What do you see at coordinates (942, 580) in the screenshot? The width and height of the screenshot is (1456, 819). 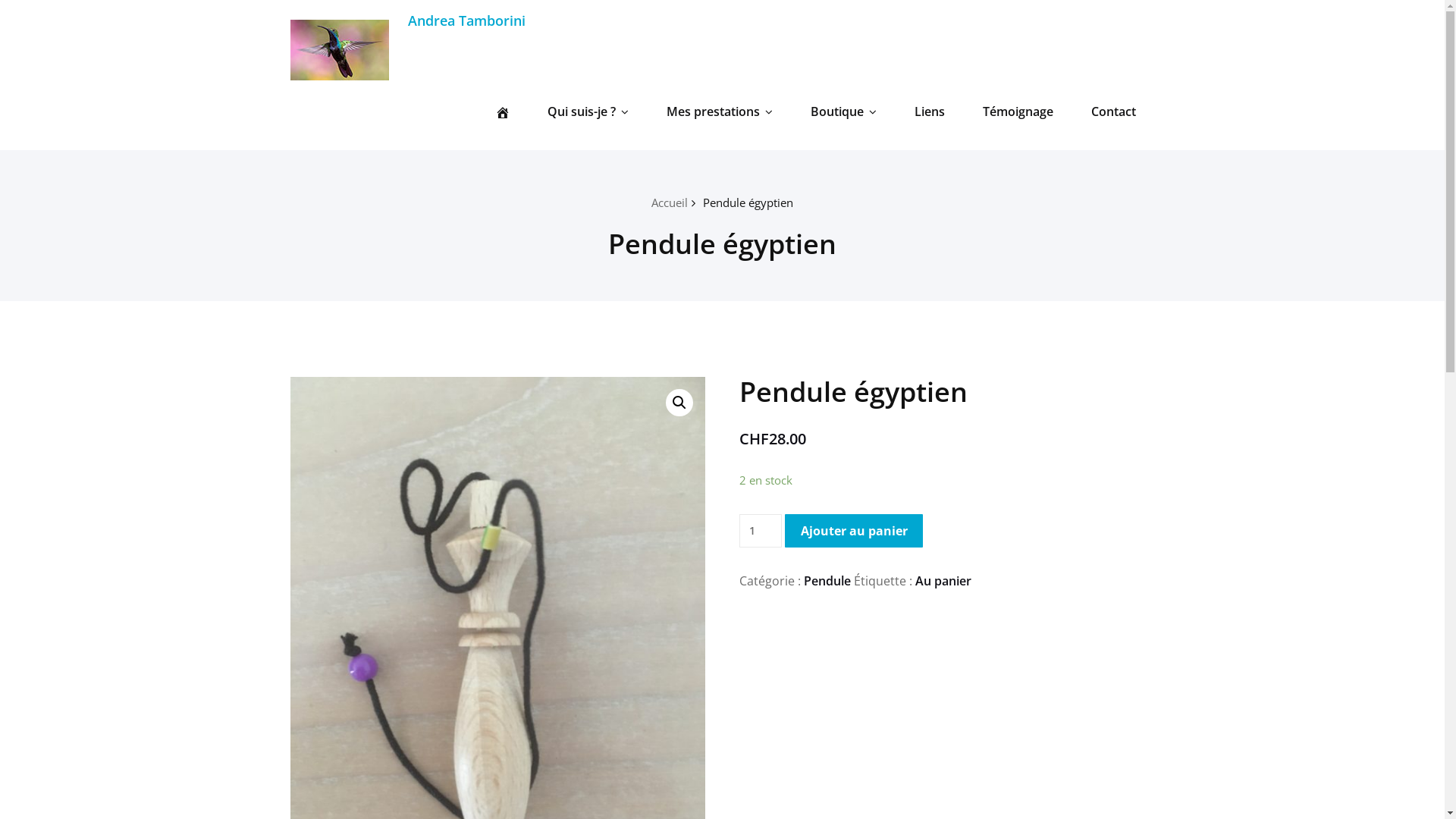 I see `'Au panier'` at bounding box center [942, 580].